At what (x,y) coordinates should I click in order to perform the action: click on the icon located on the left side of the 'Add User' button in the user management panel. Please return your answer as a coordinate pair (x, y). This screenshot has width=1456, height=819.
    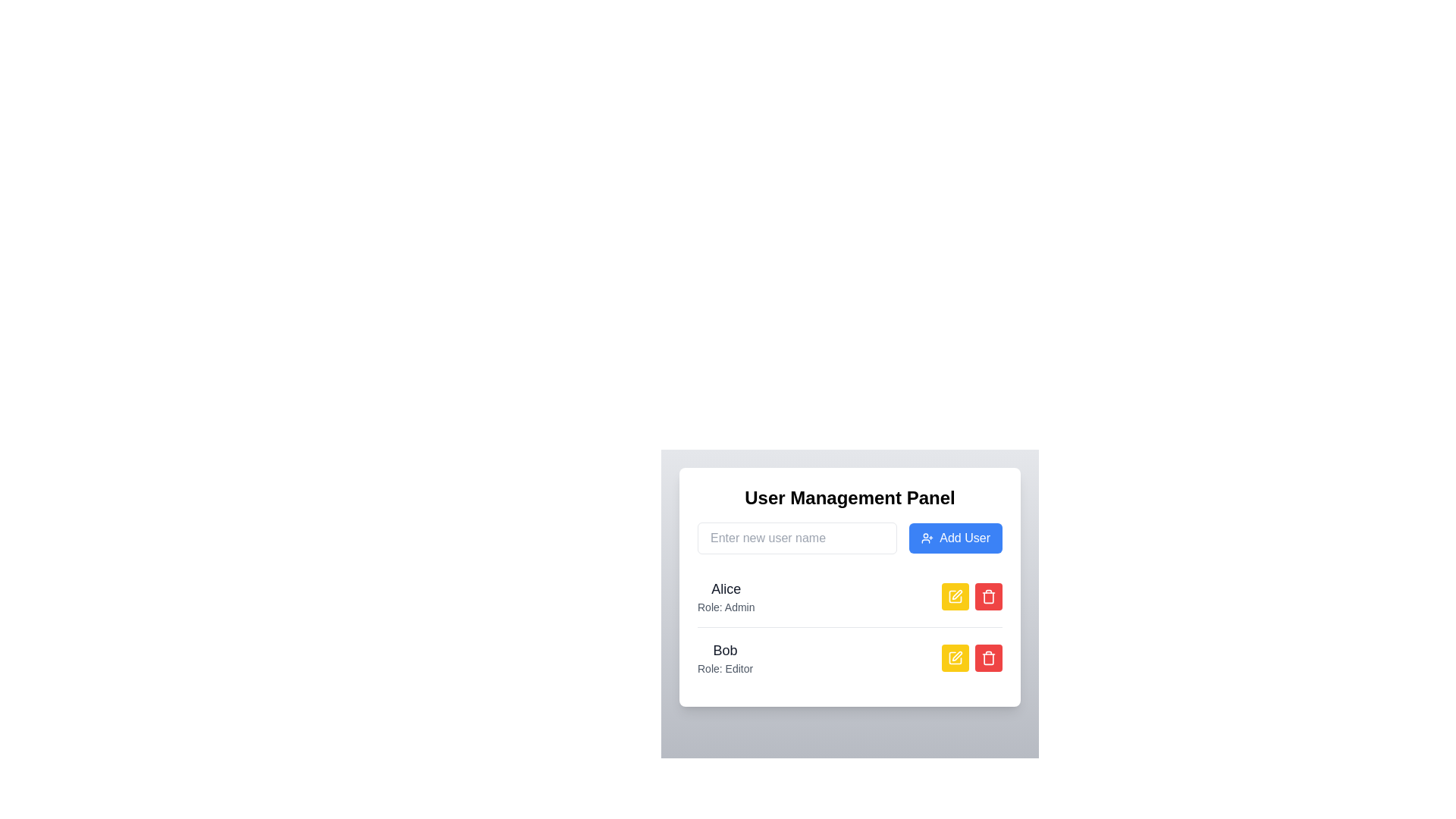
    Looking at the image, I should click on (927, 537).